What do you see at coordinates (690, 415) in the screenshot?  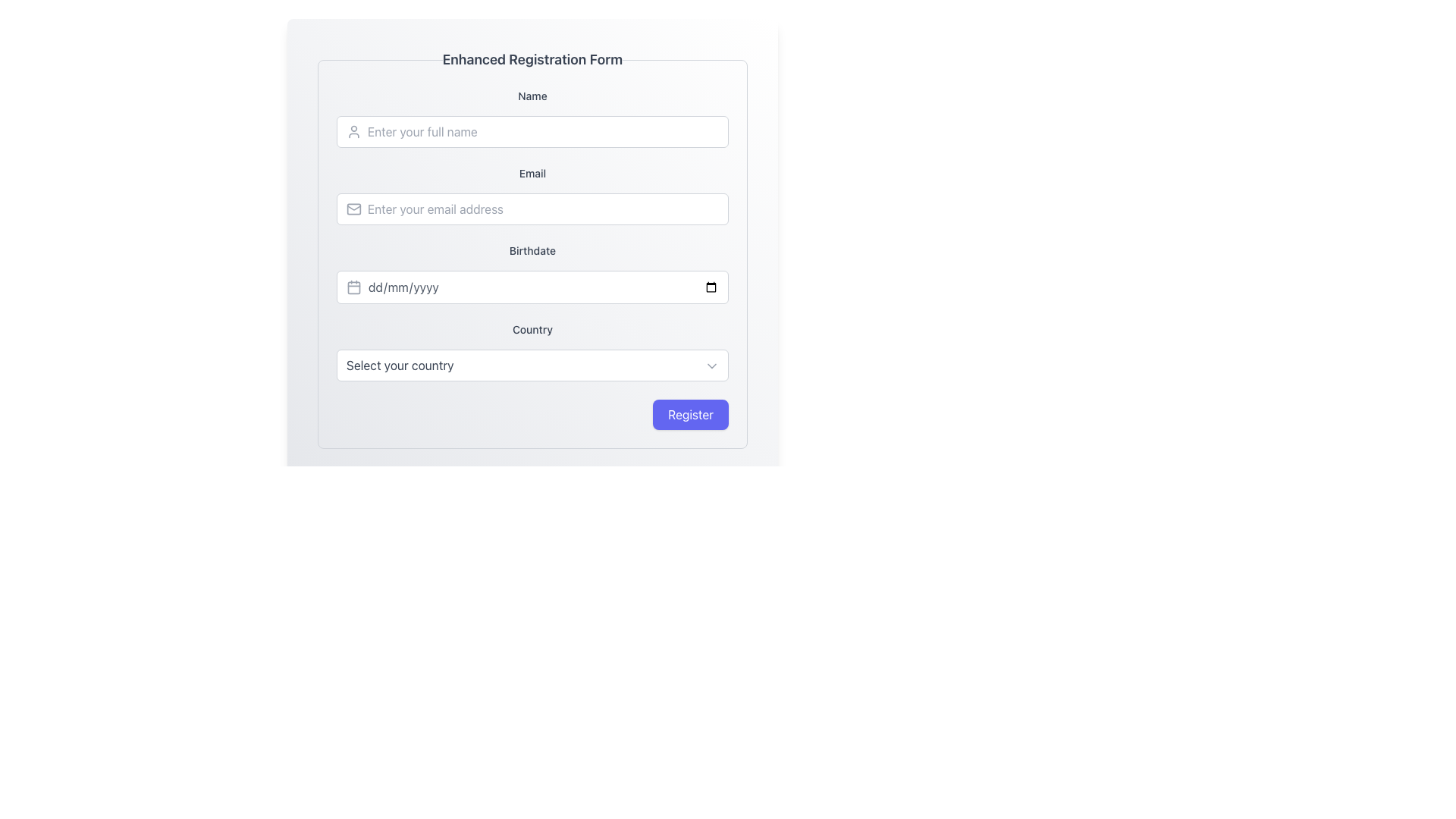 I see `the 'Register' button, which is a rectangular button with white text on a purple background located at the bottom right of the form` at bounding box center [690, 415].